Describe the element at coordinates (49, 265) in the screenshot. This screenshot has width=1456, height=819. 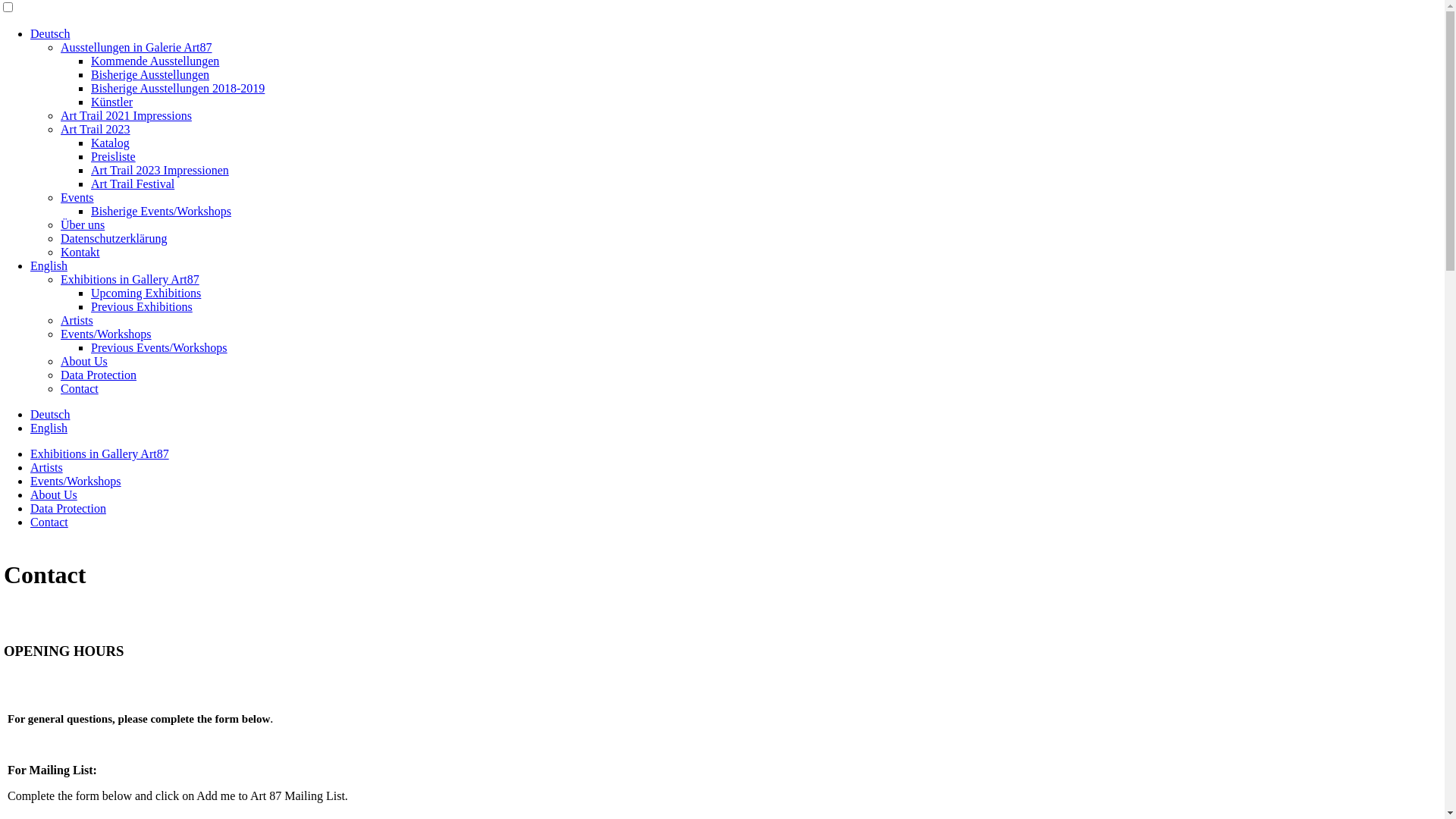
I see `'English'` at that location.